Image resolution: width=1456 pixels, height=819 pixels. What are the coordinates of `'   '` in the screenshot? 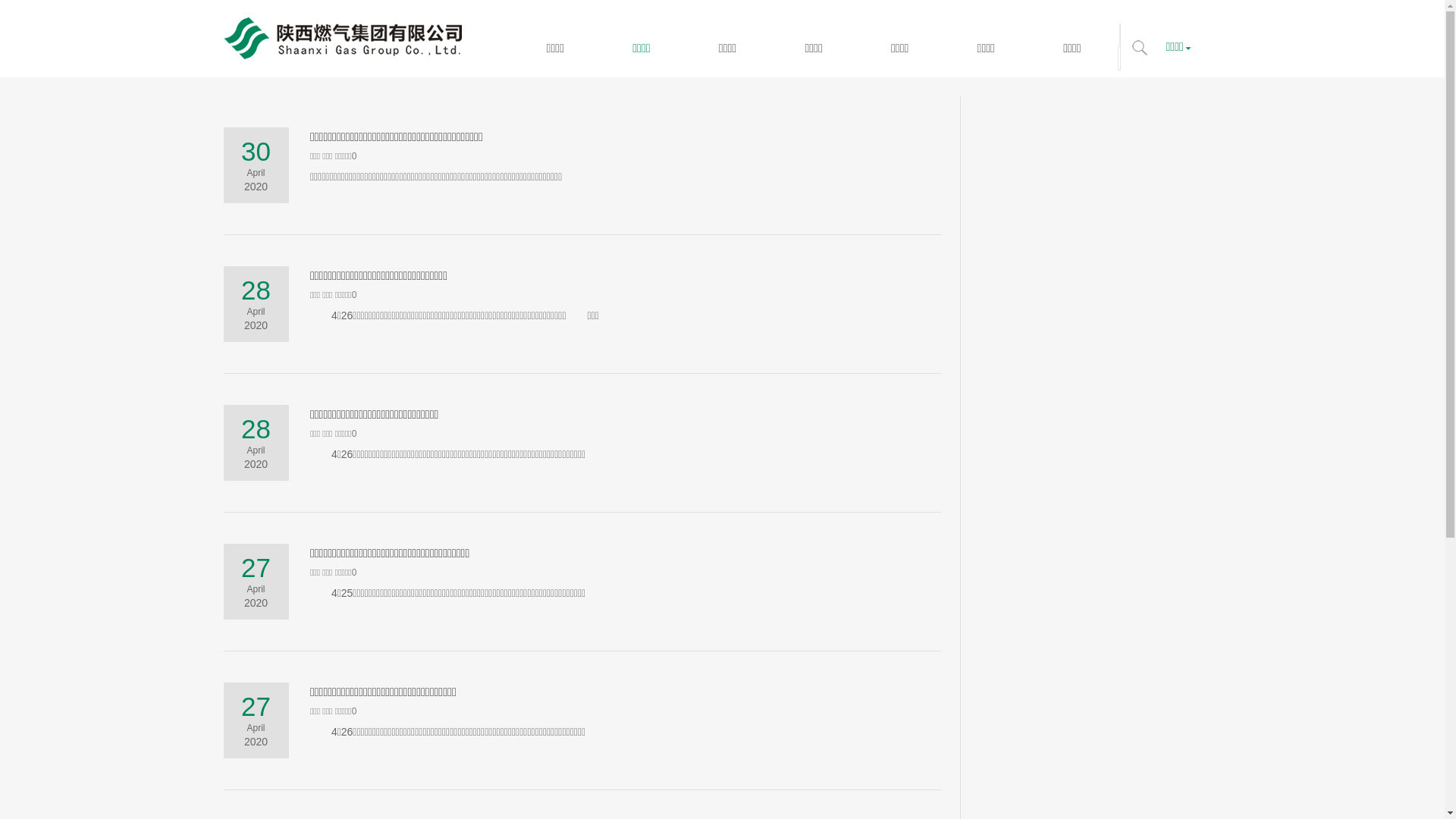 It's located at (1139, 46).